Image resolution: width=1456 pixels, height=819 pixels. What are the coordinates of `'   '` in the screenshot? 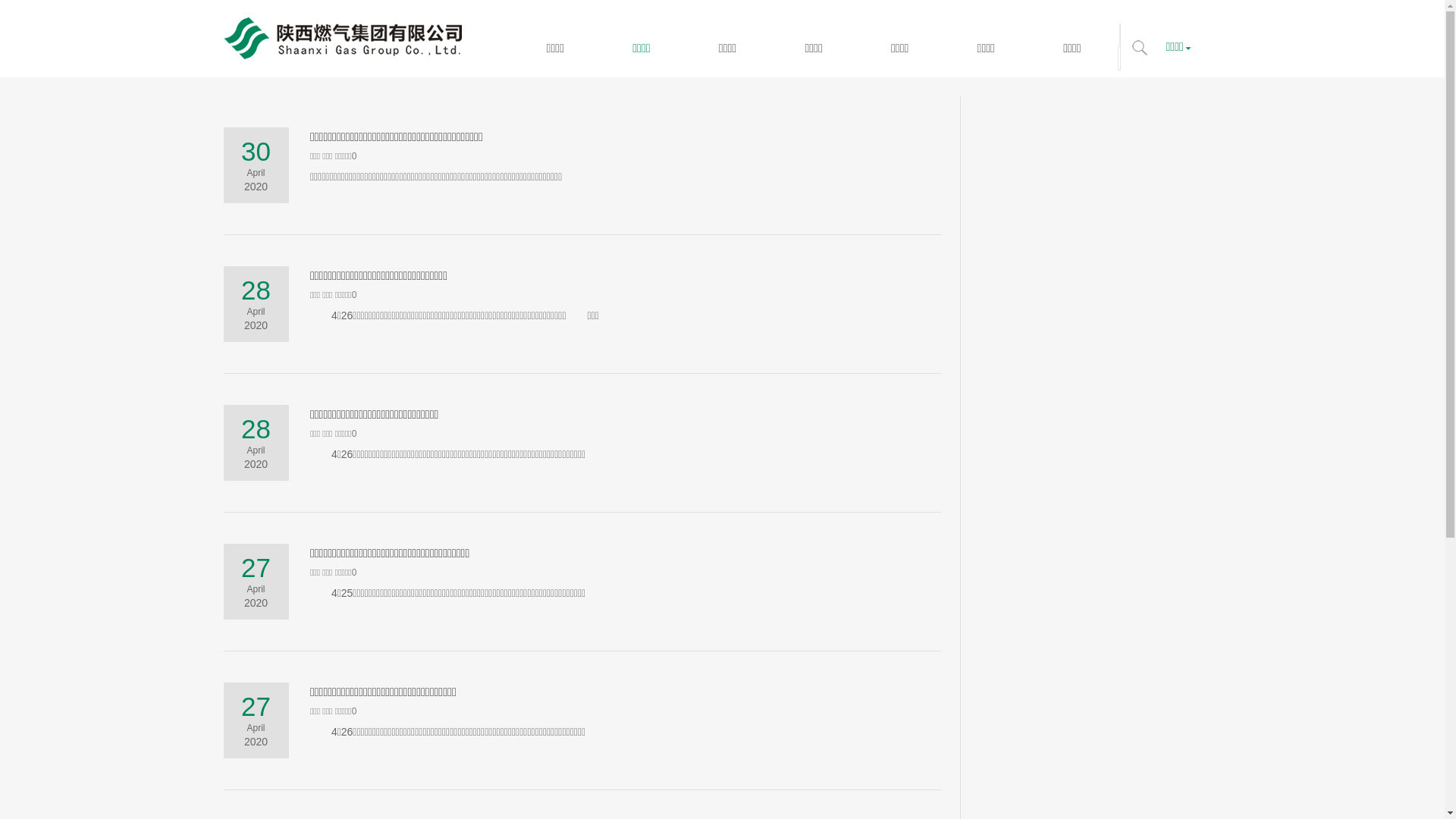 It's located at (1139, 46).